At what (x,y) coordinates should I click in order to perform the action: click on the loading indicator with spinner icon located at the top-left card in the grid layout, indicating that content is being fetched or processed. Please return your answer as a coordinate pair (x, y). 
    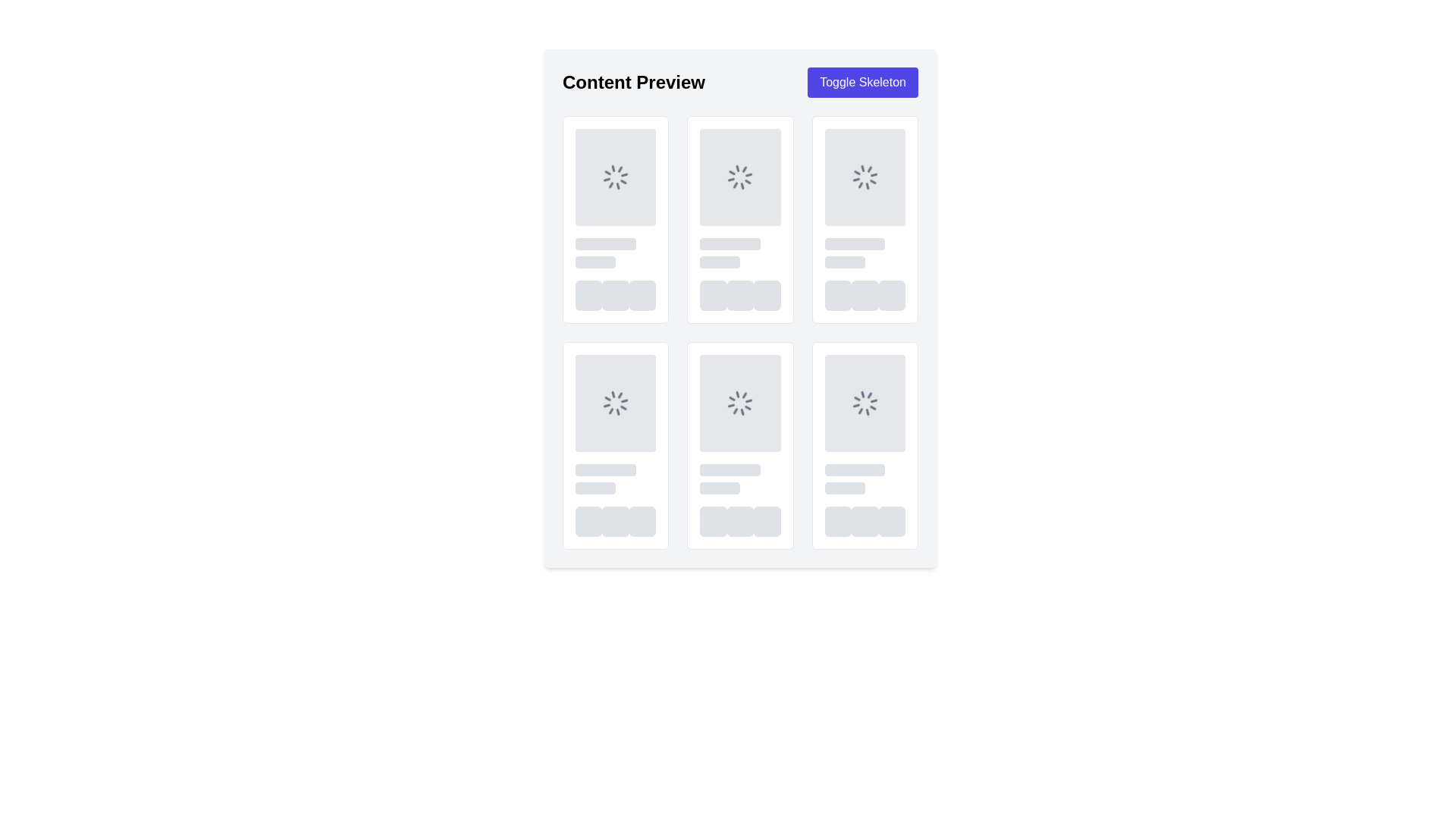
    Looking at the image, I should click on (616, 177).